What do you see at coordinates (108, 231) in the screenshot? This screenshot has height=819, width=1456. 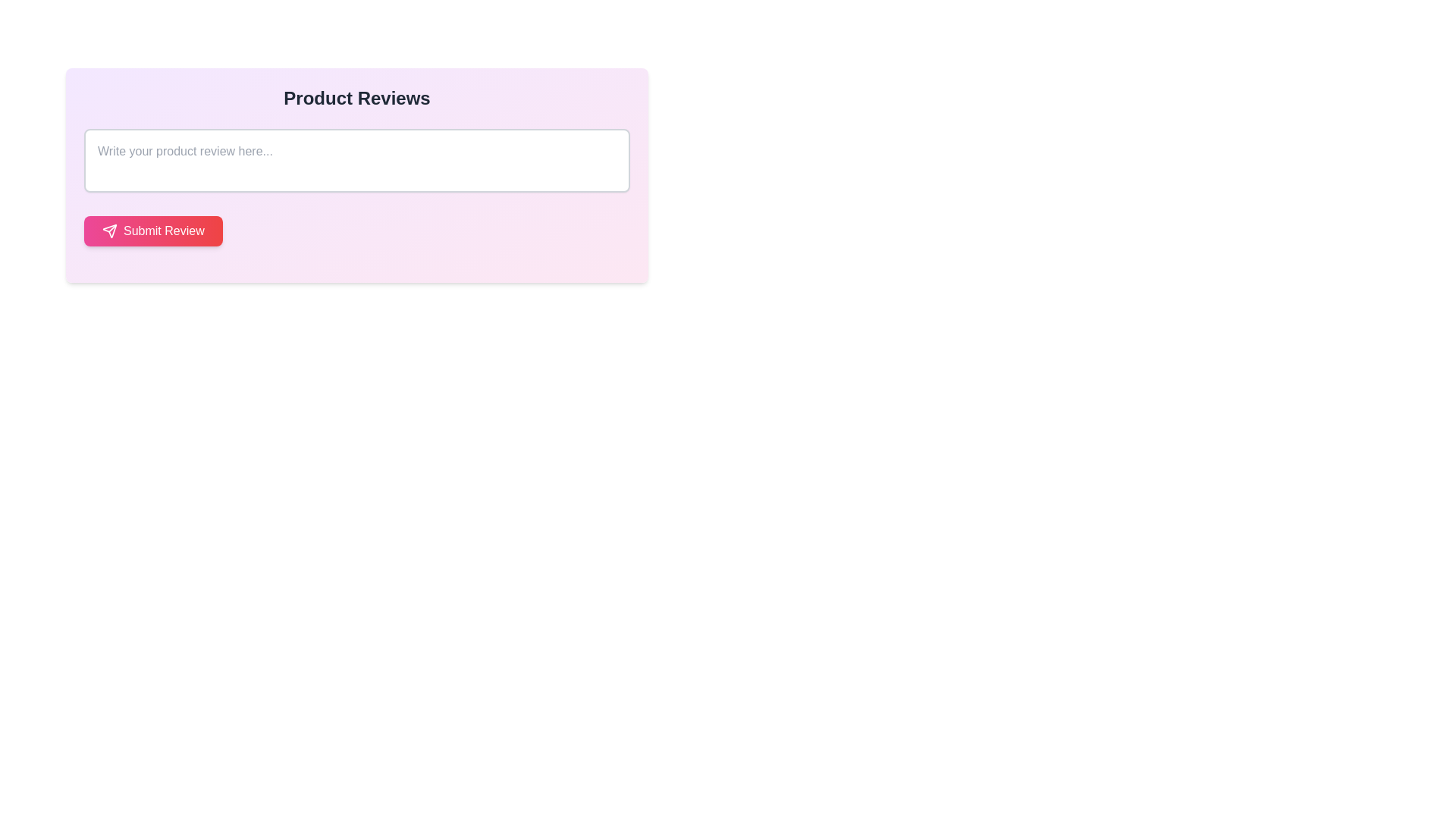 I see `the visual indicator icon associated with the 'Submit Review' button located below the review input field` at bounding box center [108, 231].